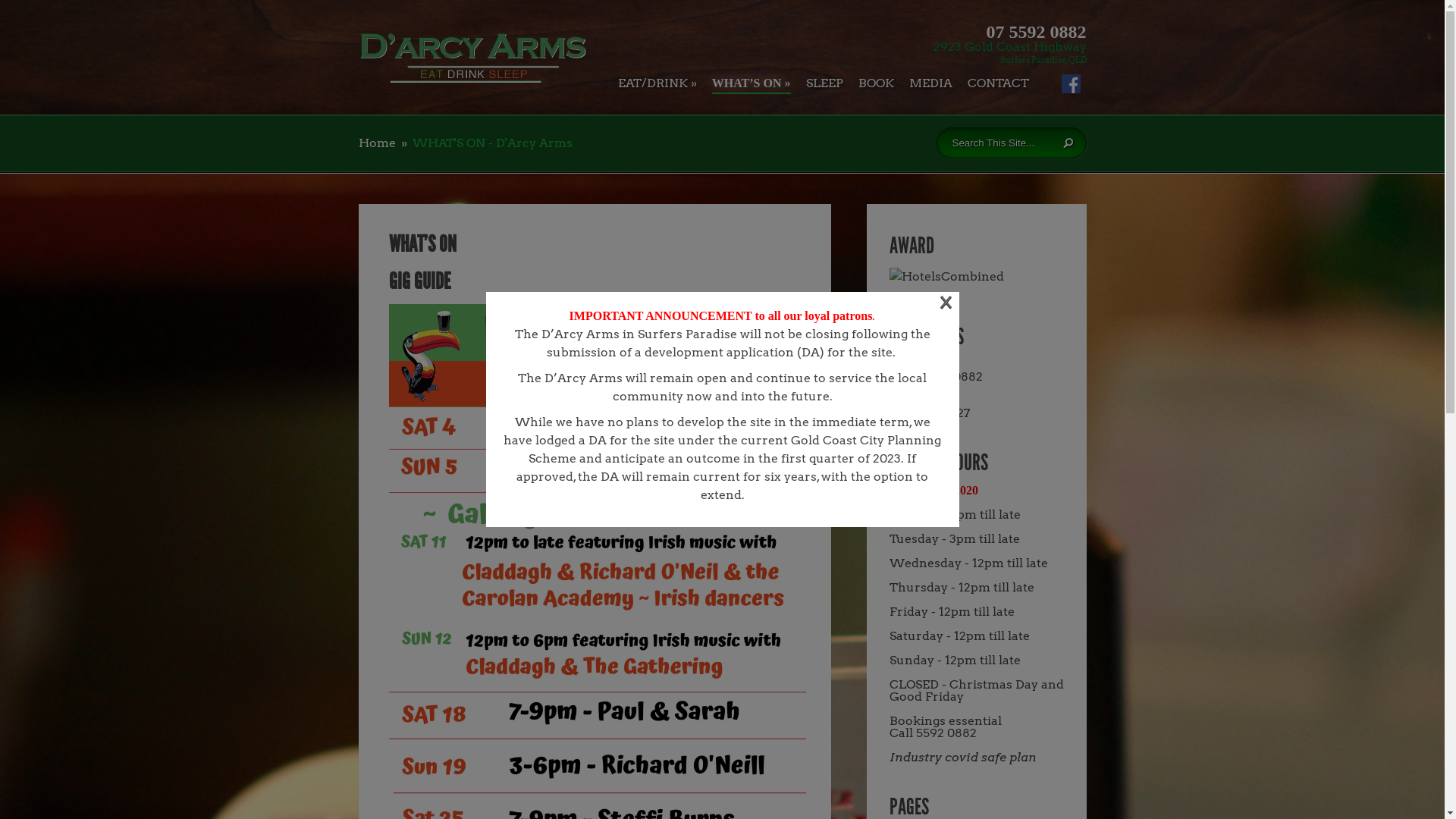 The width and height of the screenshot is (1456, 819). Describe the element at coordinates (931, 732) in the screenshot. I see `'Call 5592 0882'` at that location.